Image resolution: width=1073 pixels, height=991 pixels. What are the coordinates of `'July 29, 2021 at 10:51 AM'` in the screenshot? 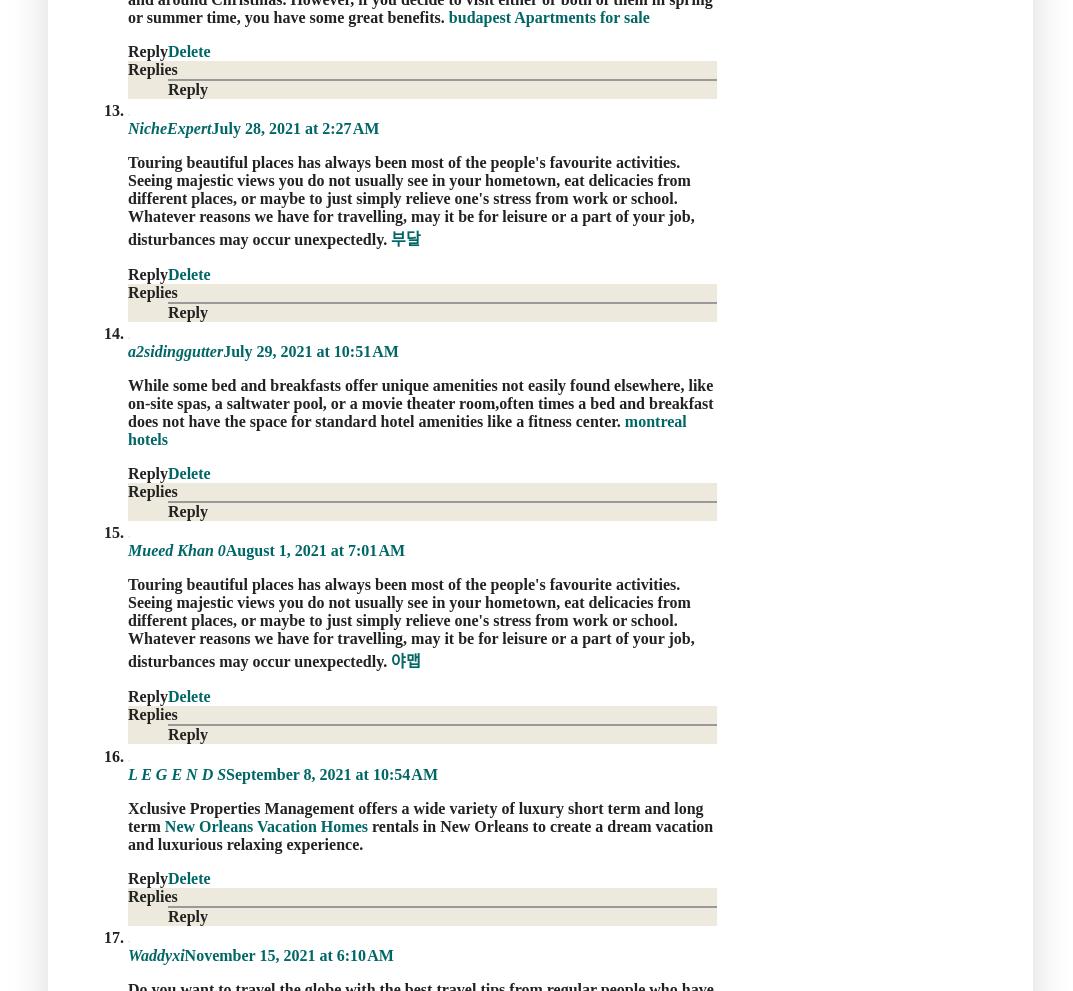 It's located at (222, 351).